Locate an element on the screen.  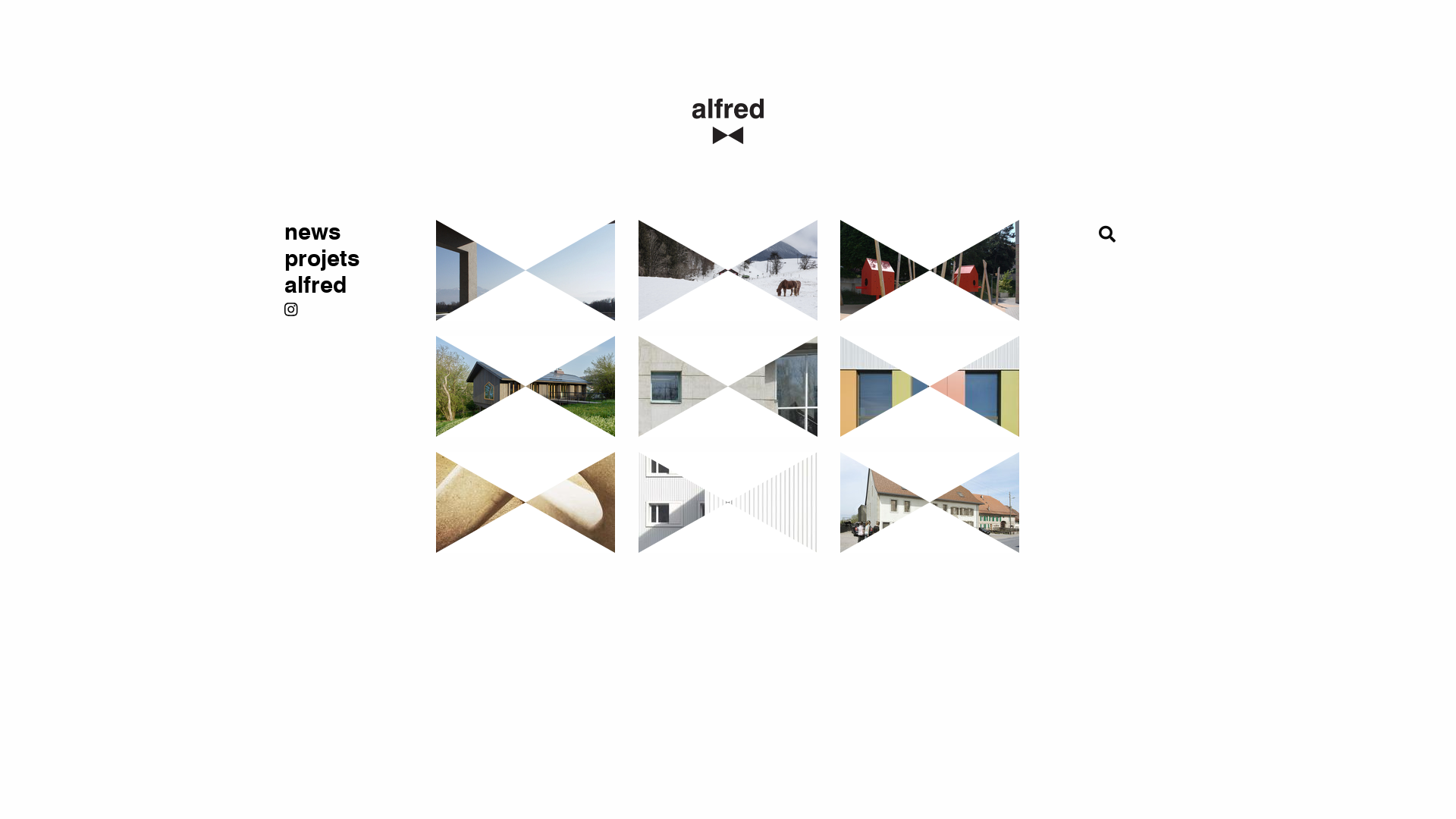
'projets' is located at coordinates (348, 259).